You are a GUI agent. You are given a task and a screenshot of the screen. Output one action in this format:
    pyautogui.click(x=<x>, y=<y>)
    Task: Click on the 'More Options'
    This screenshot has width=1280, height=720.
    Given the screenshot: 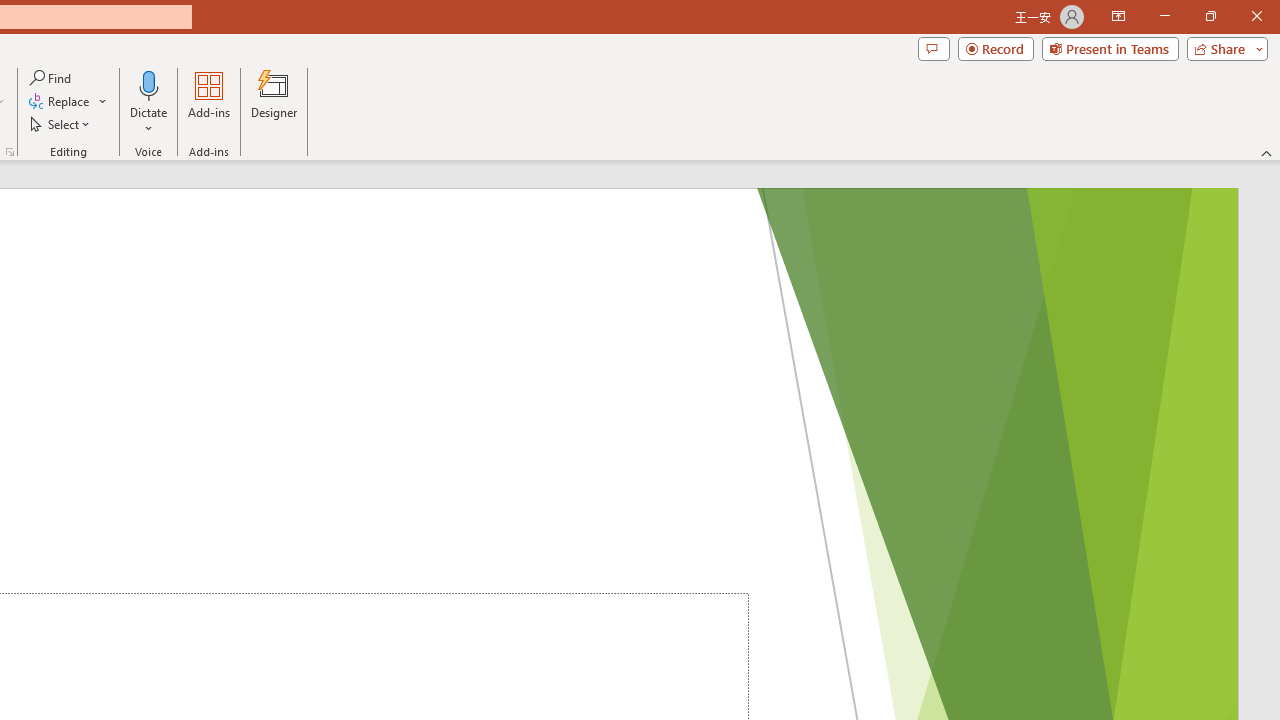 What is the action you would take?
    pyautogui.click(x=148, y=121)
    